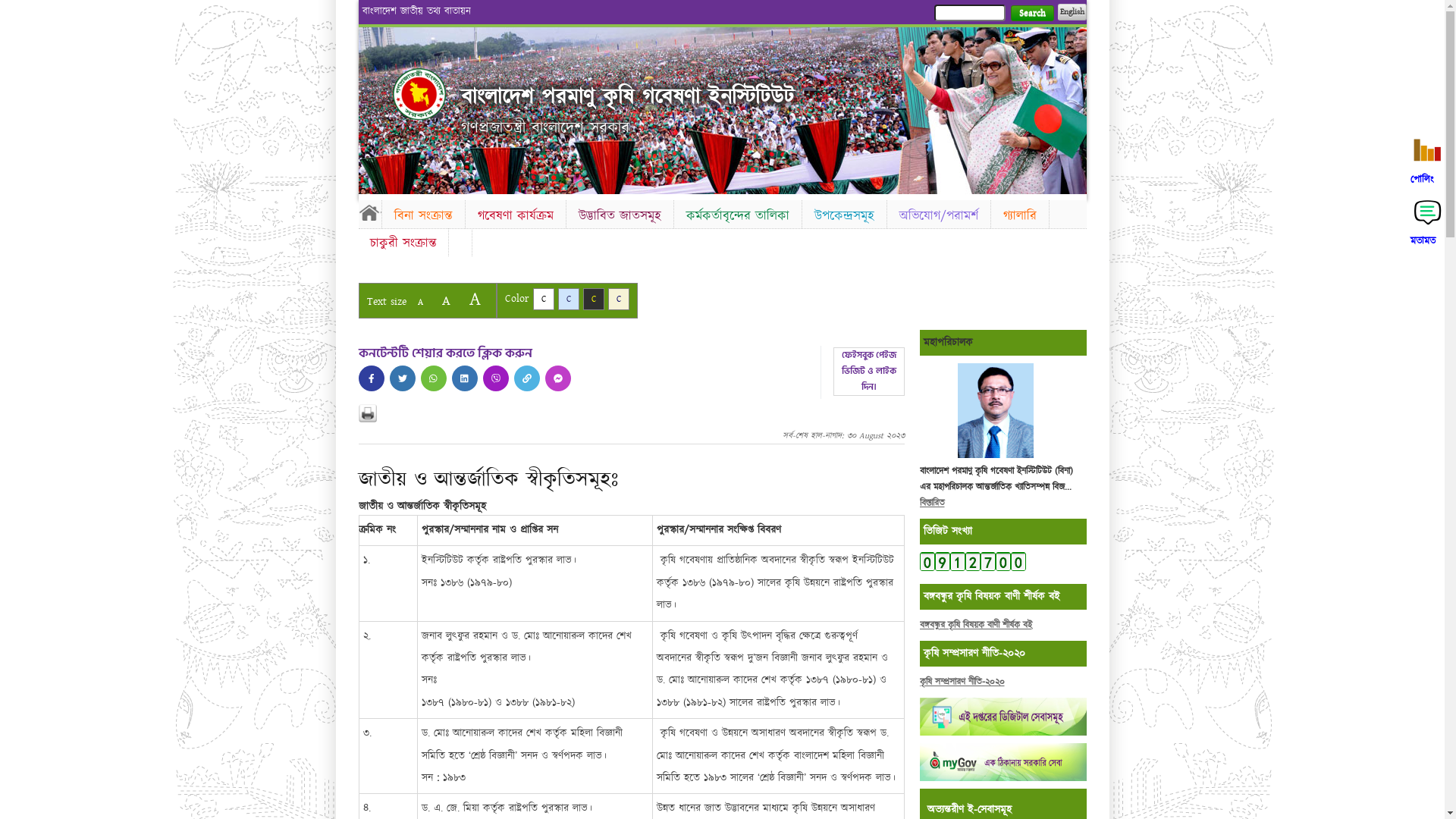 This screenshot has width=1456, height=819. Describe the element at coordinates (1031, 13) in the screenshot. I see `'Search'` at that location.